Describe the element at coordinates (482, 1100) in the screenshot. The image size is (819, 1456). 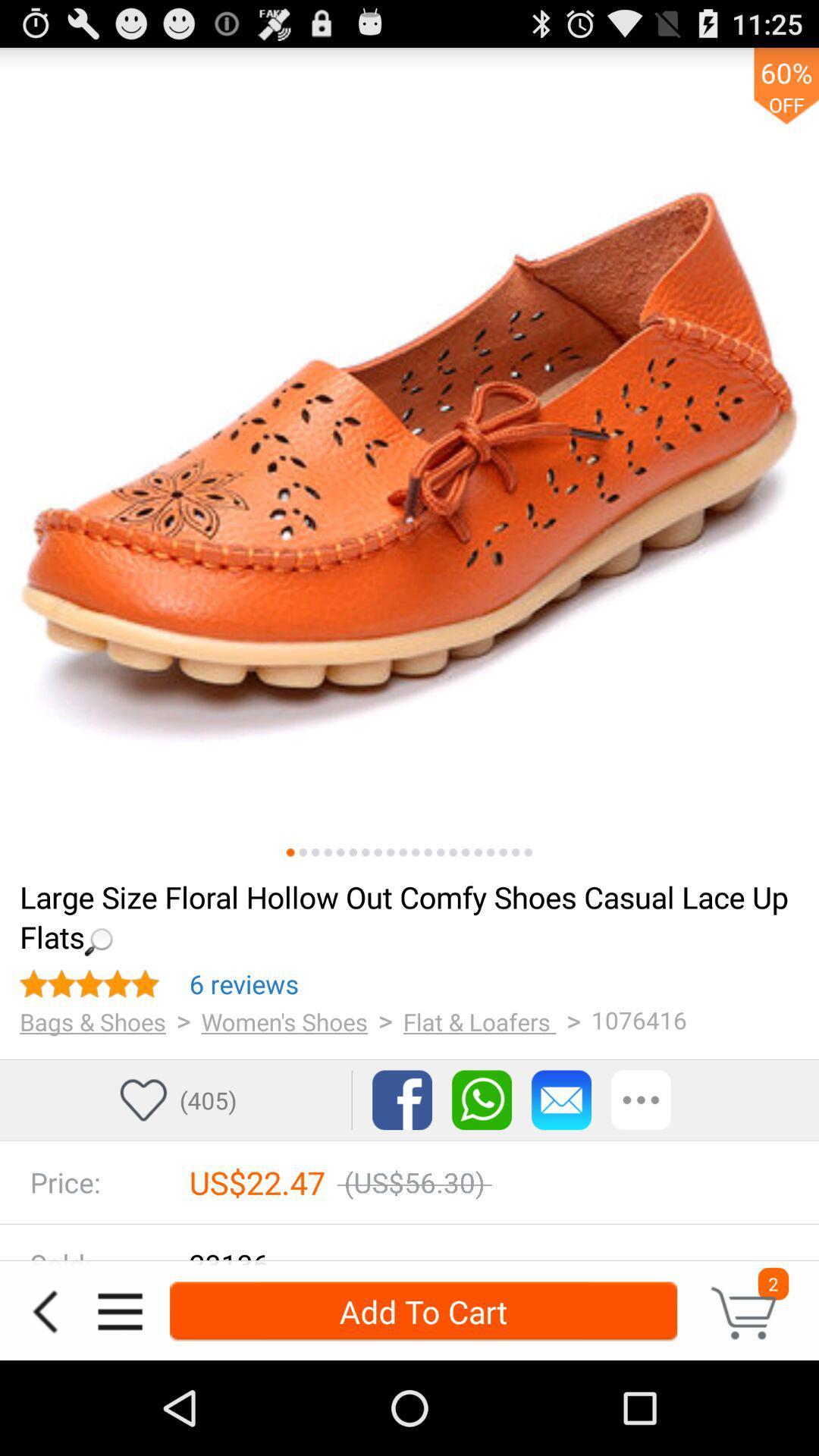
I see `share on whatsapp` at that location.